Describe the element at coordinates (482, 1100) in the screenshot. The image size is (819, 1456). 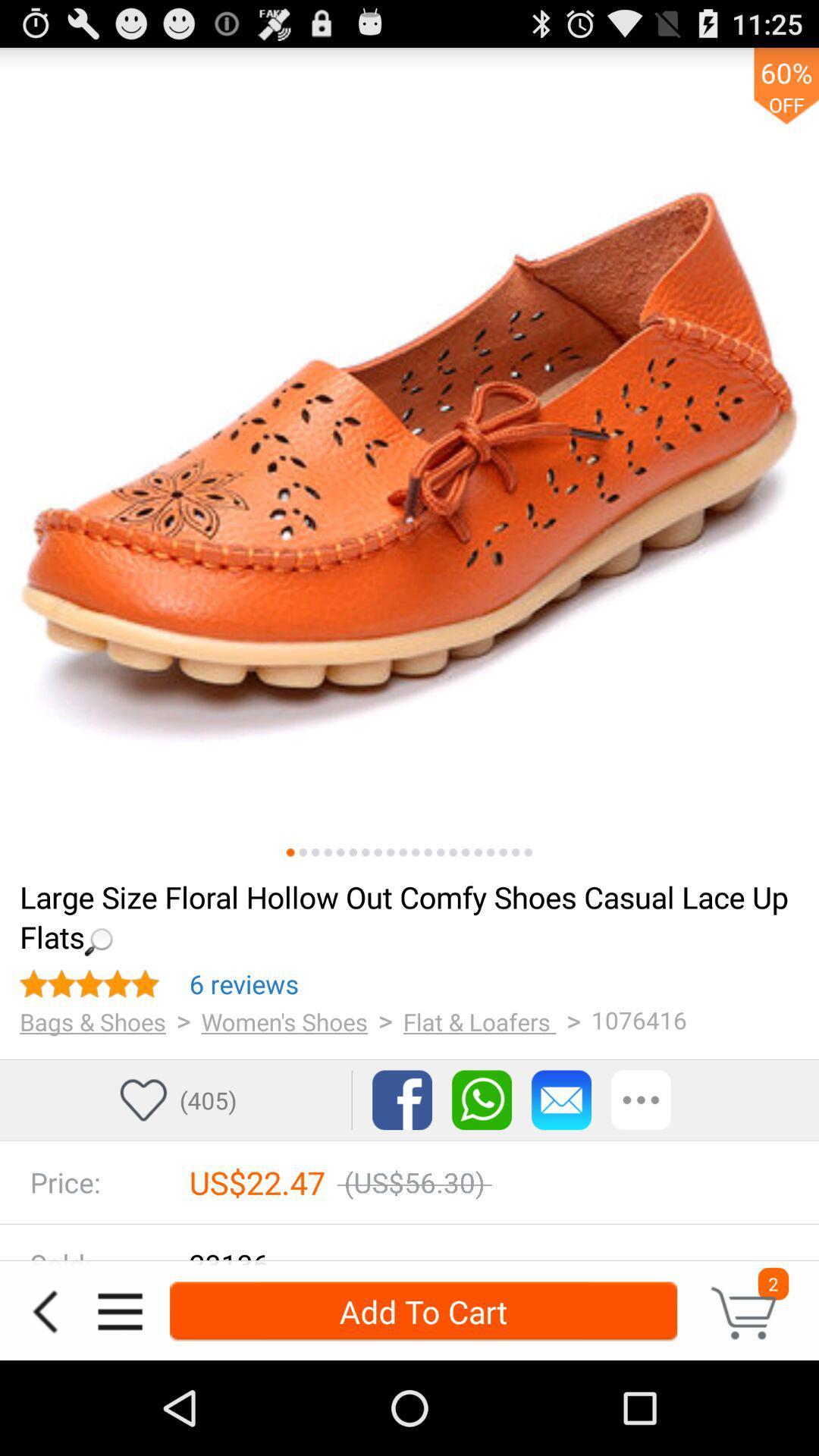
I see `share on whatsapp` at that location.